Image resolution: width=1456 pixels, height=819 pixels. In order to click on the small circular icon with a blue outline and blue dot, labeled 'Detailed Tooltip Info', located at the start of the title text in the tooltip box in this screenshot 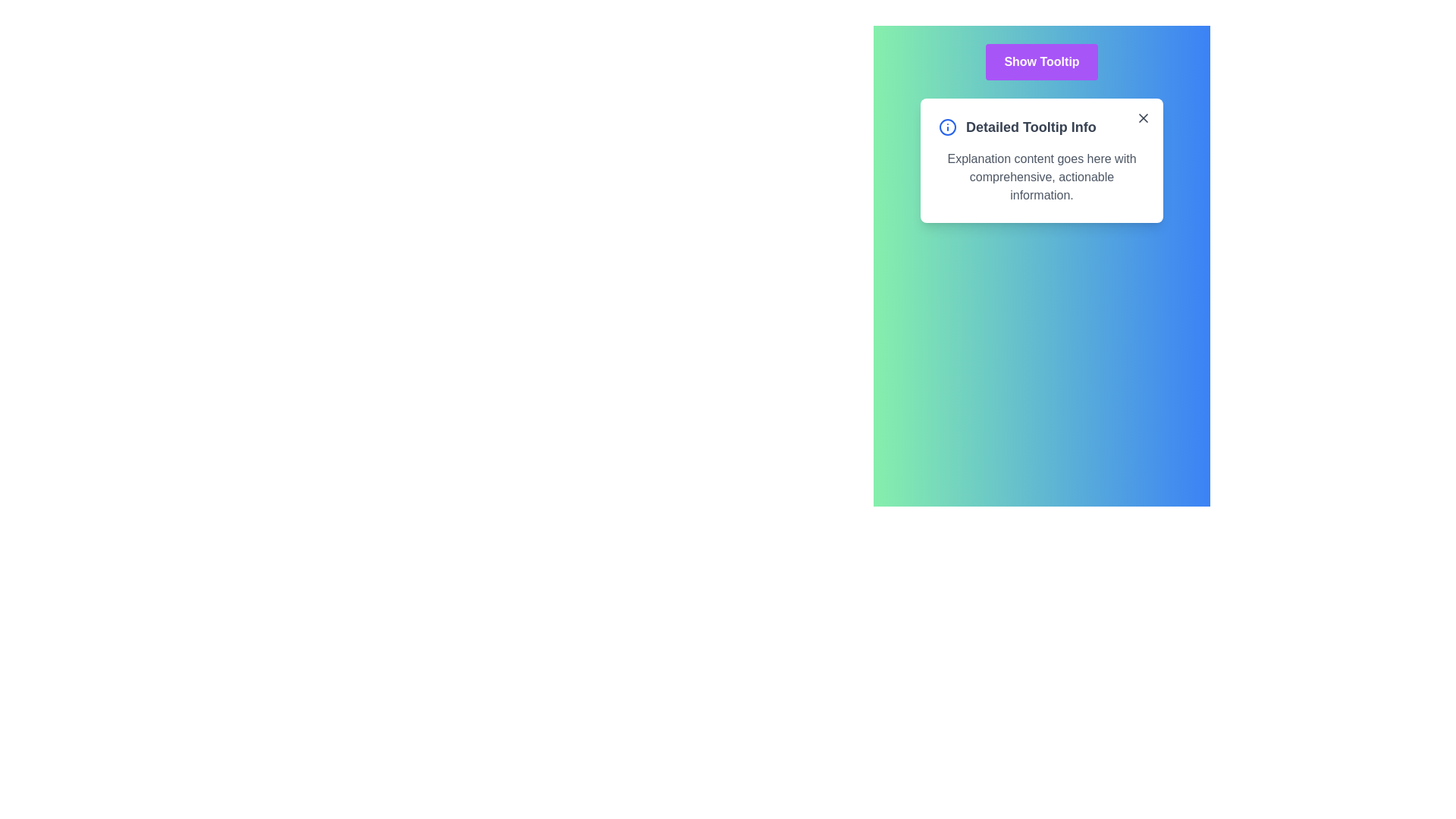, I will do `click(946, 127)`.